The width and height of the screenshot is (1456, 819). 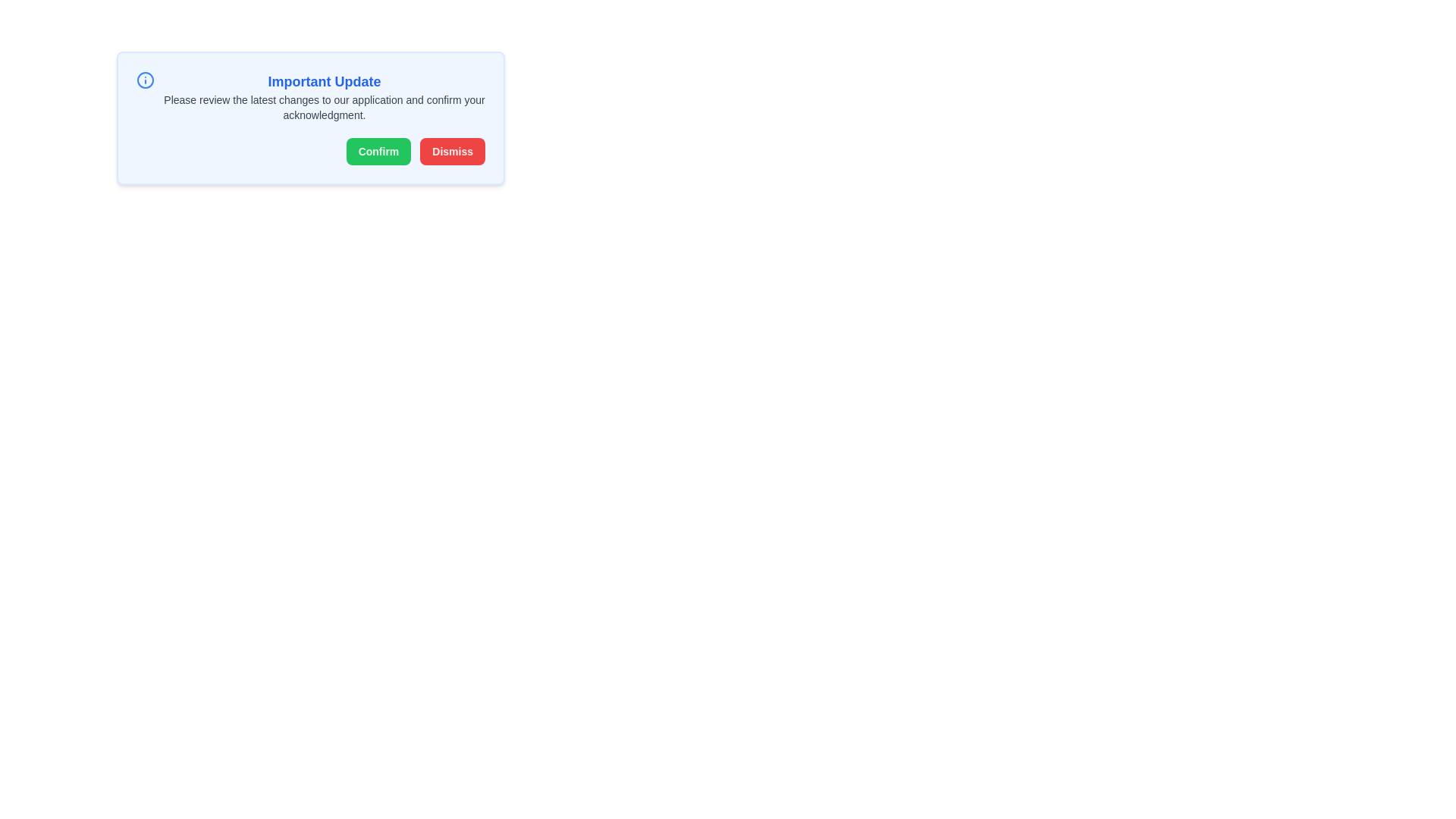 What do you see at coordinates (146, 80) in the screenshot?
I see `the visual representation of the filled blue circle with a white border that is part of the informational icon located at the top-left section of the notification card` at bounding box center [146, 80].